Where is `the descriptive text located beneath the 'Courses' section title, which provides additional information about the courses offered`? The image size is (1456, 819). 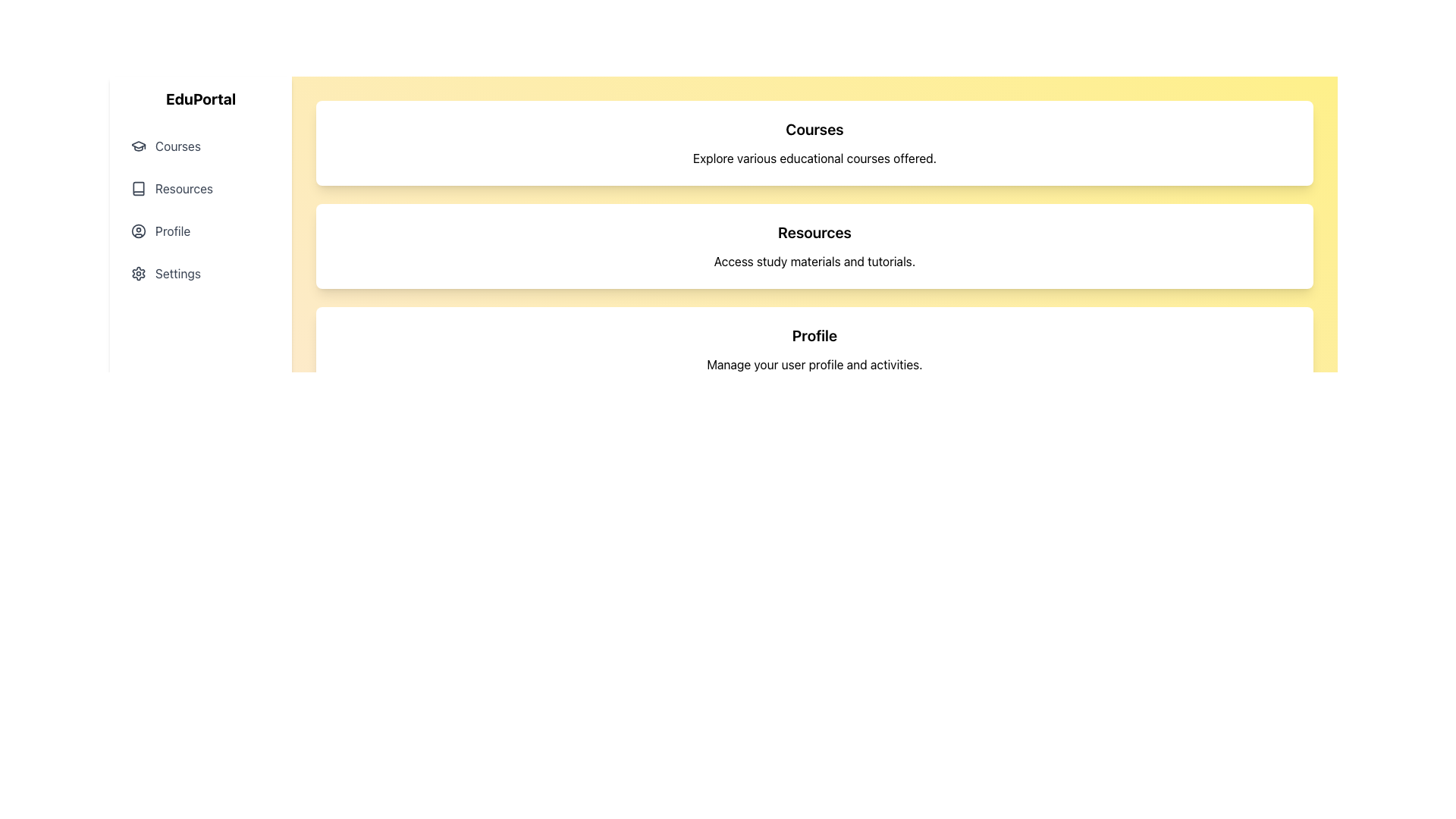 the descriptive text located beneath the 'Courses' section title, which provides additional information about the courses offered is located at coordinates (814, 158).